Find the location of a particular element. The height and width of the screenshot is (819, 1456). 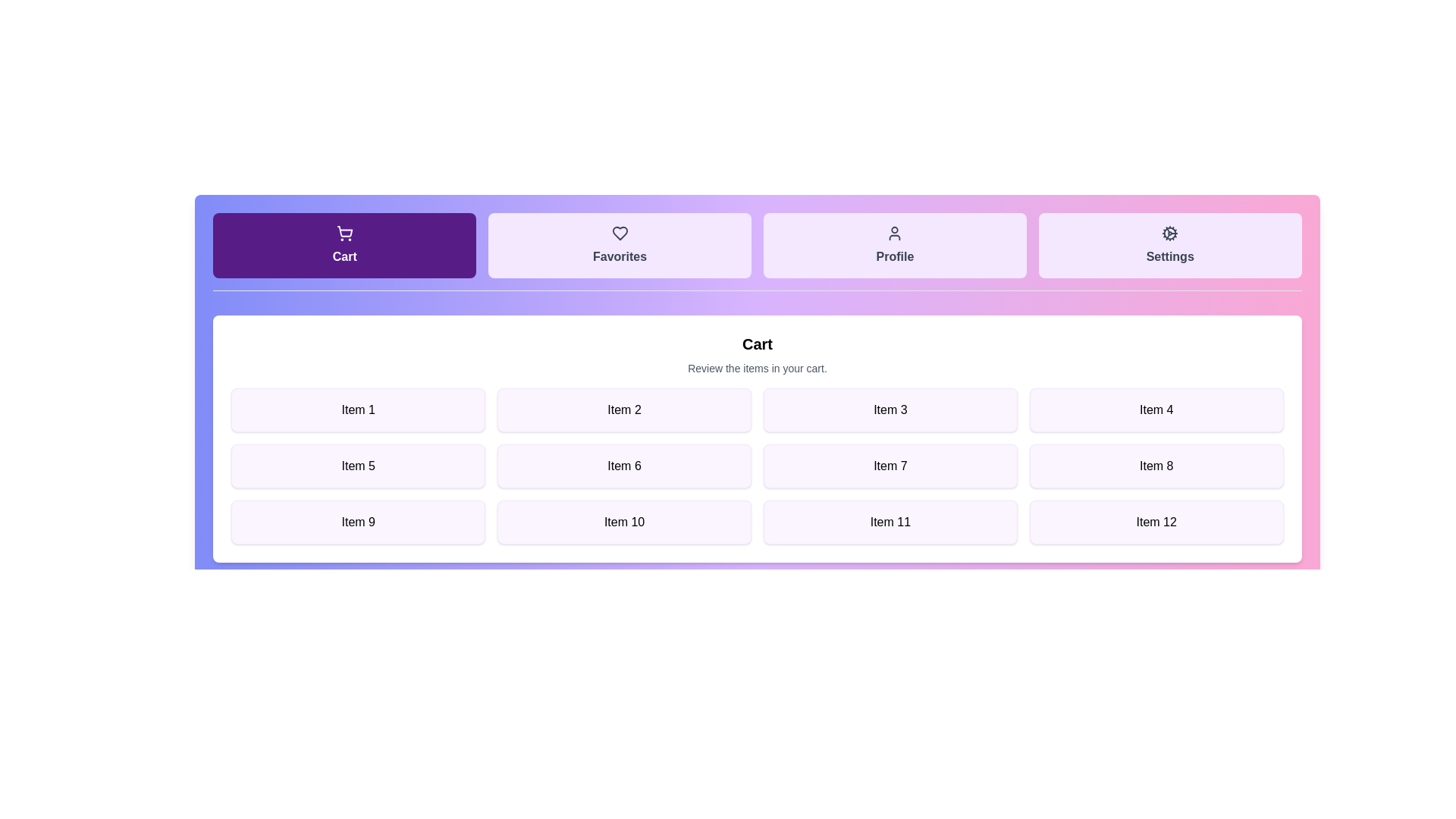

the tab labeled Profile is located at coordinates (895, 245).